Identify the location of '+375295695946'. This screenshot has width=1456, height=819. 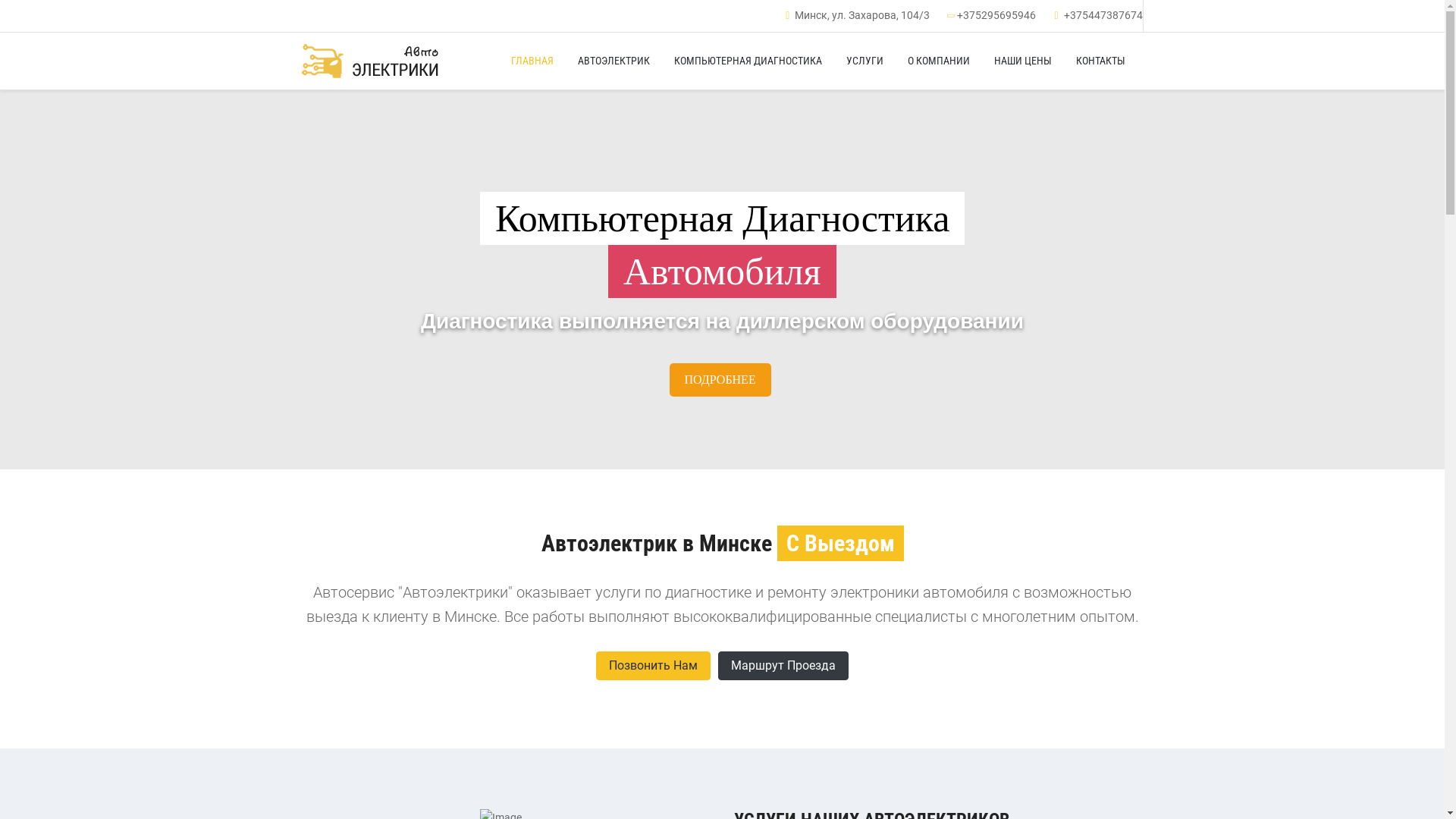
(996, 14).